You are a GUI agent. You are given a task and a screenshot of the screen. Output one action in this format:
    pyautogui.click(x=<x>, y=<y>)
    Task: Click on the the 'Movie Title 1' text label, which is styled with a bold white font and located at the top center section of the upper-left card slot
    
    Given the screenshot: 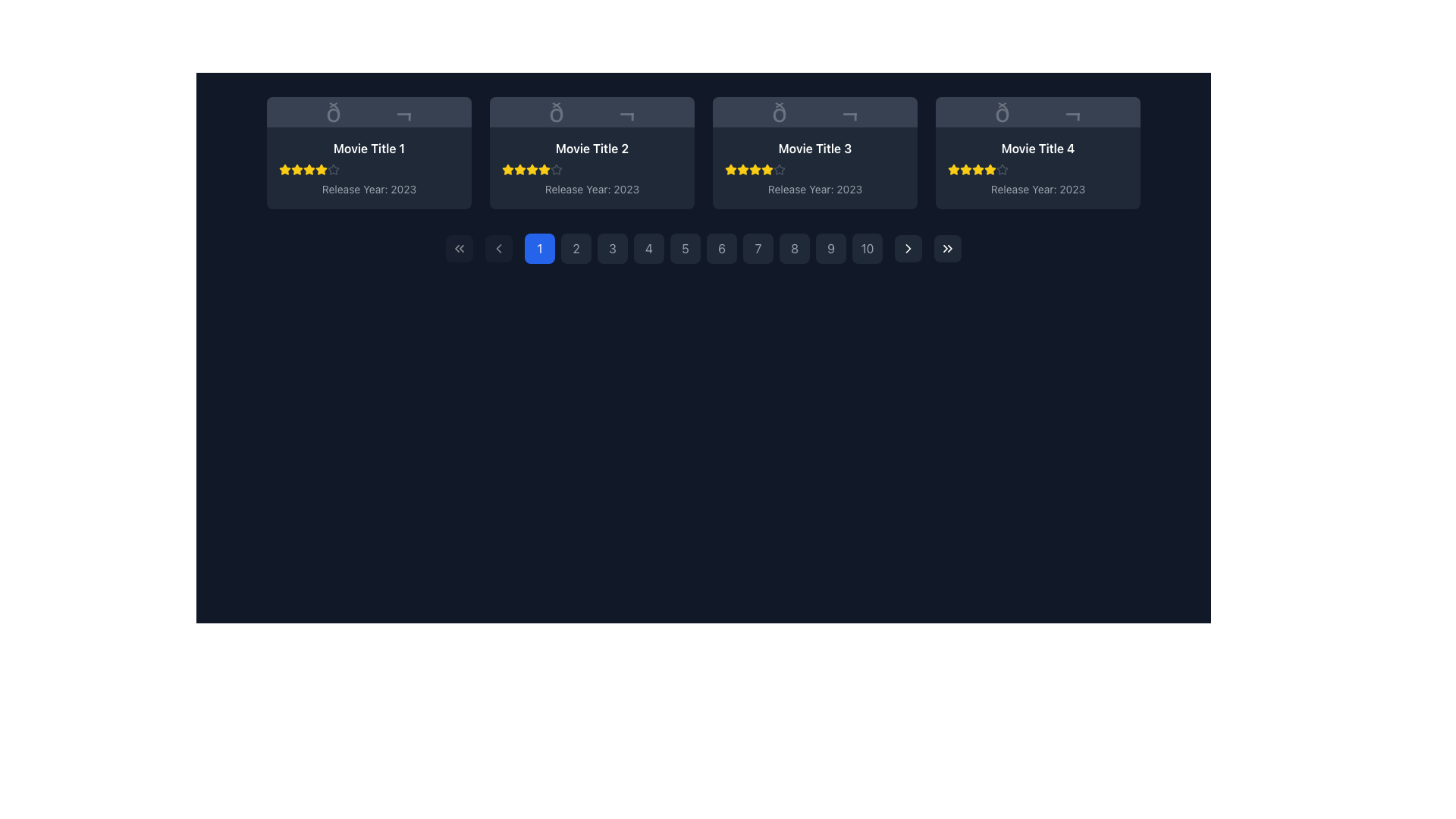 What is the action you would take?
    pyautogui.click(x=369, y=149)
    